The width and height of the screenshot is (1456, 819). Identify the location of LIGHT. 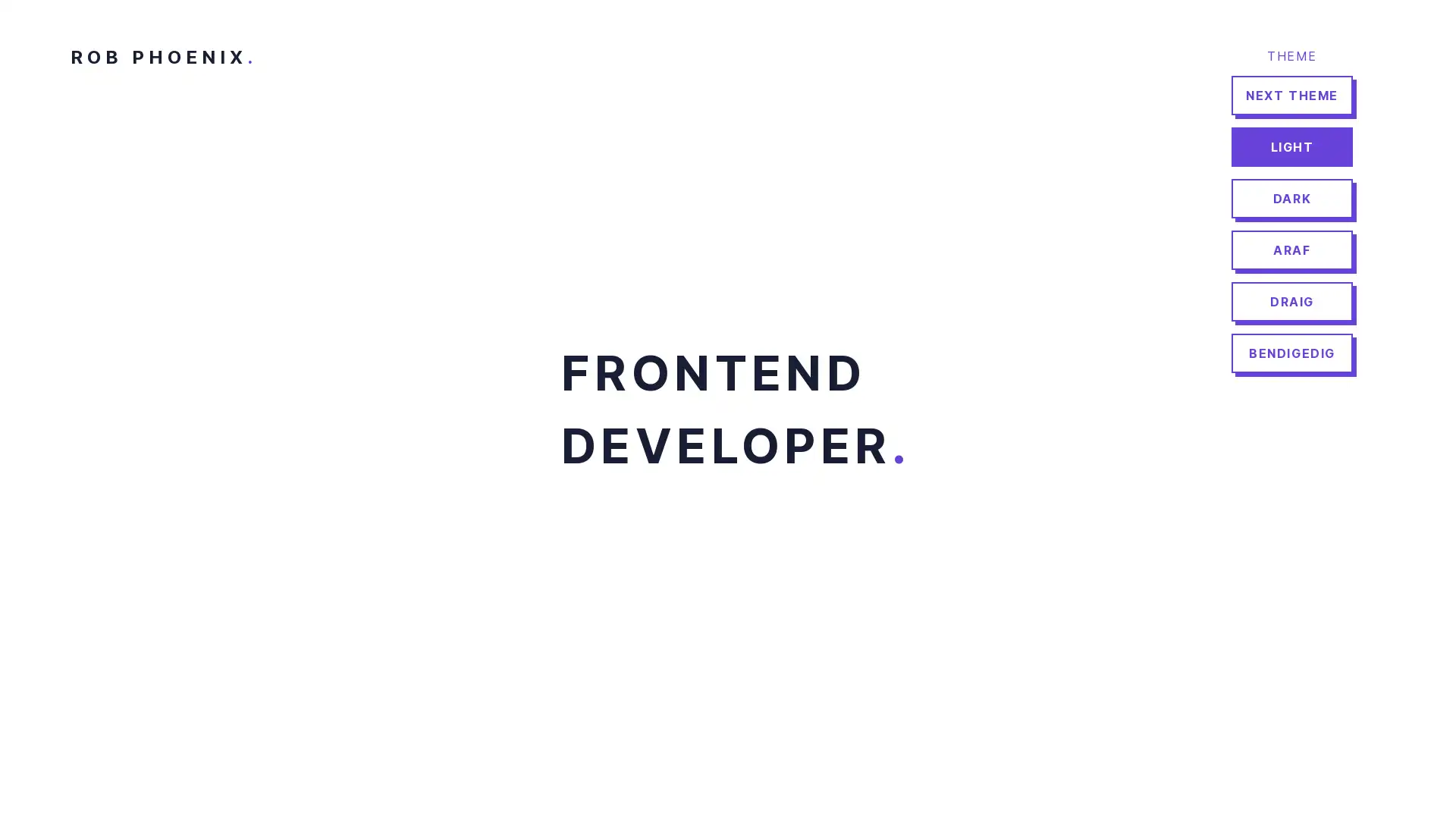
(1291, 146).